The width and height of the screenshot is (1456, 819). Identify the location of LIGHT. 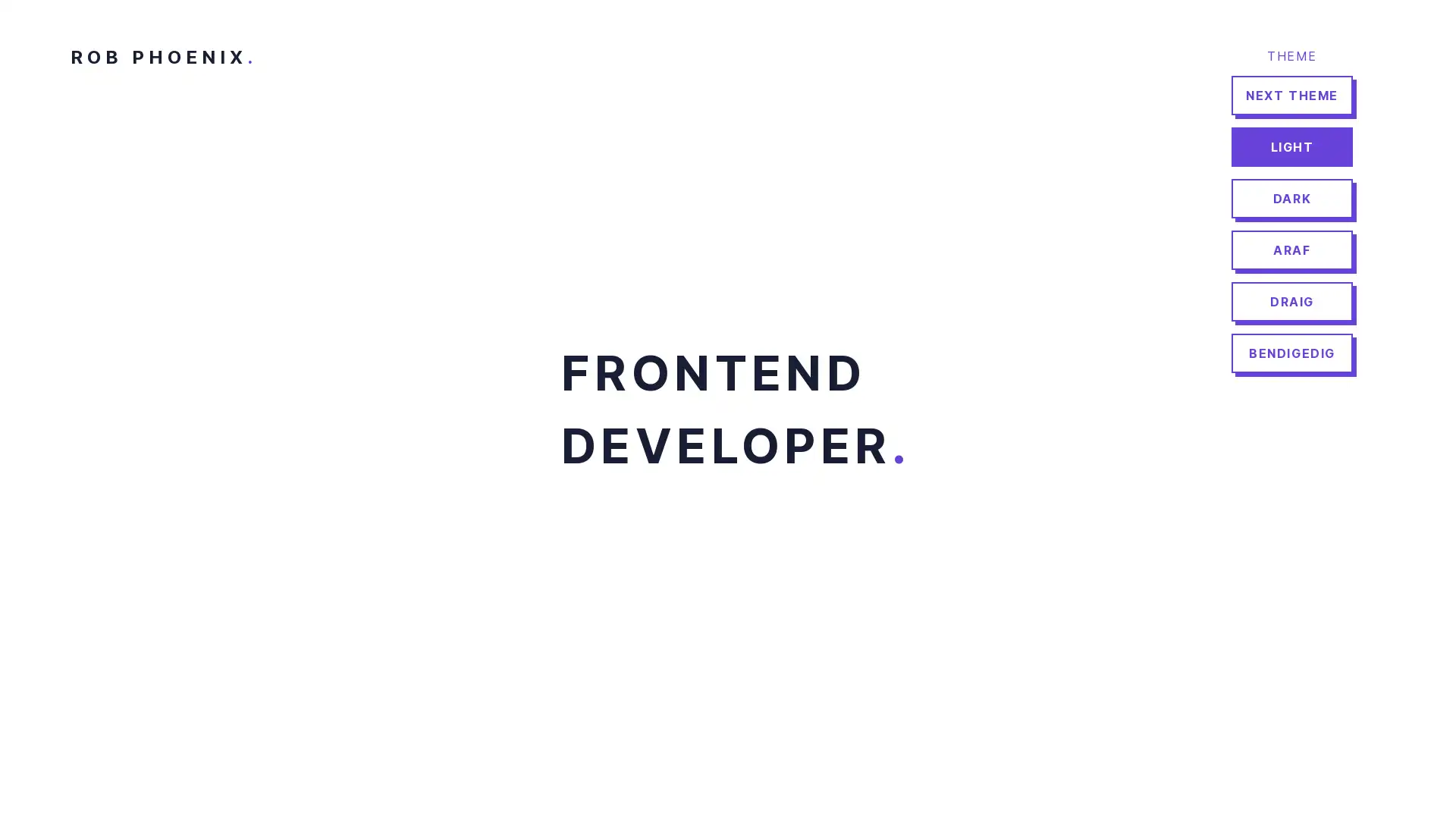
(1291, 146).